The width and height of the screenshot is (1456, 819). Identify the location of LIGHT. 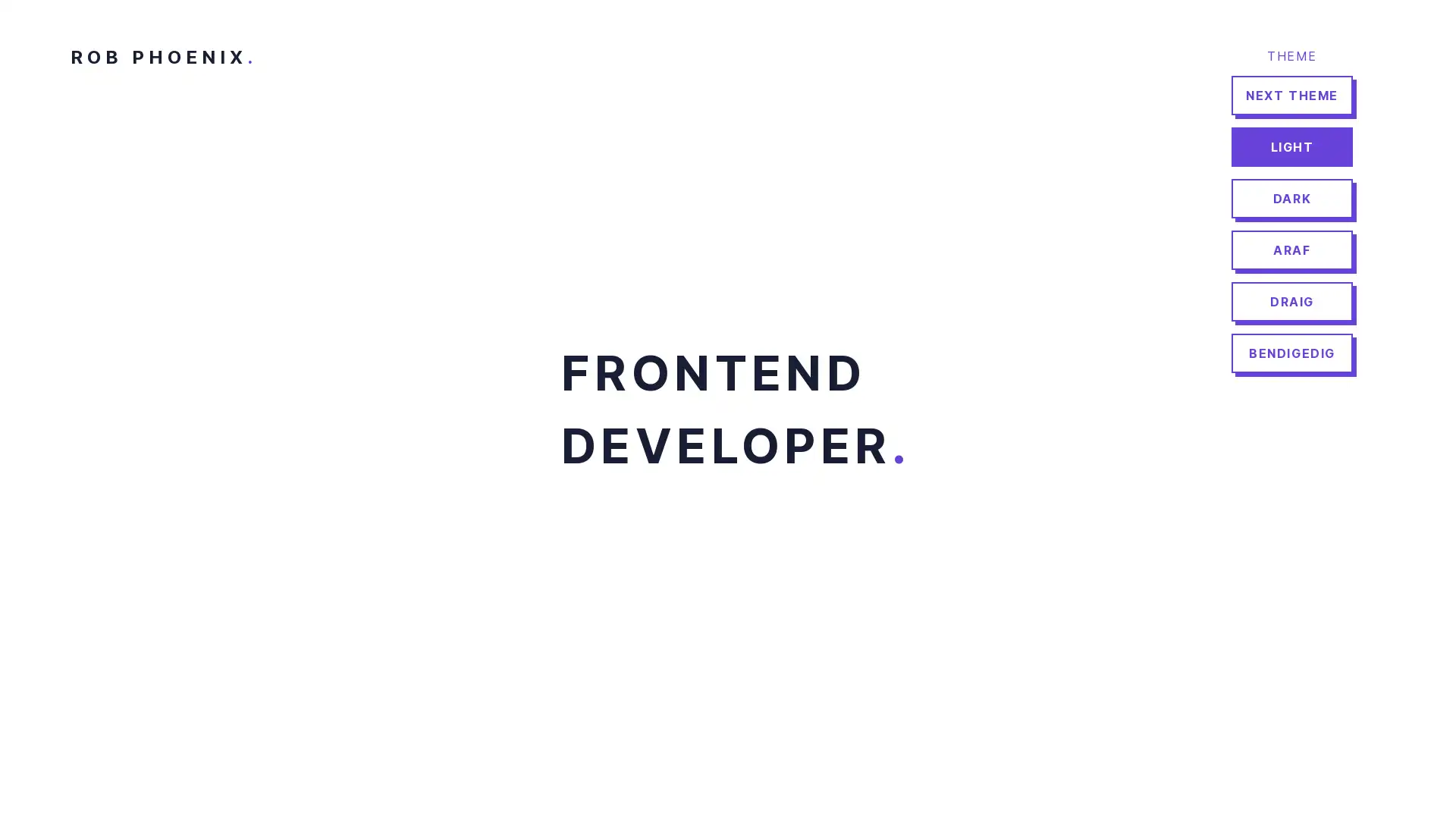
(1291, 146).